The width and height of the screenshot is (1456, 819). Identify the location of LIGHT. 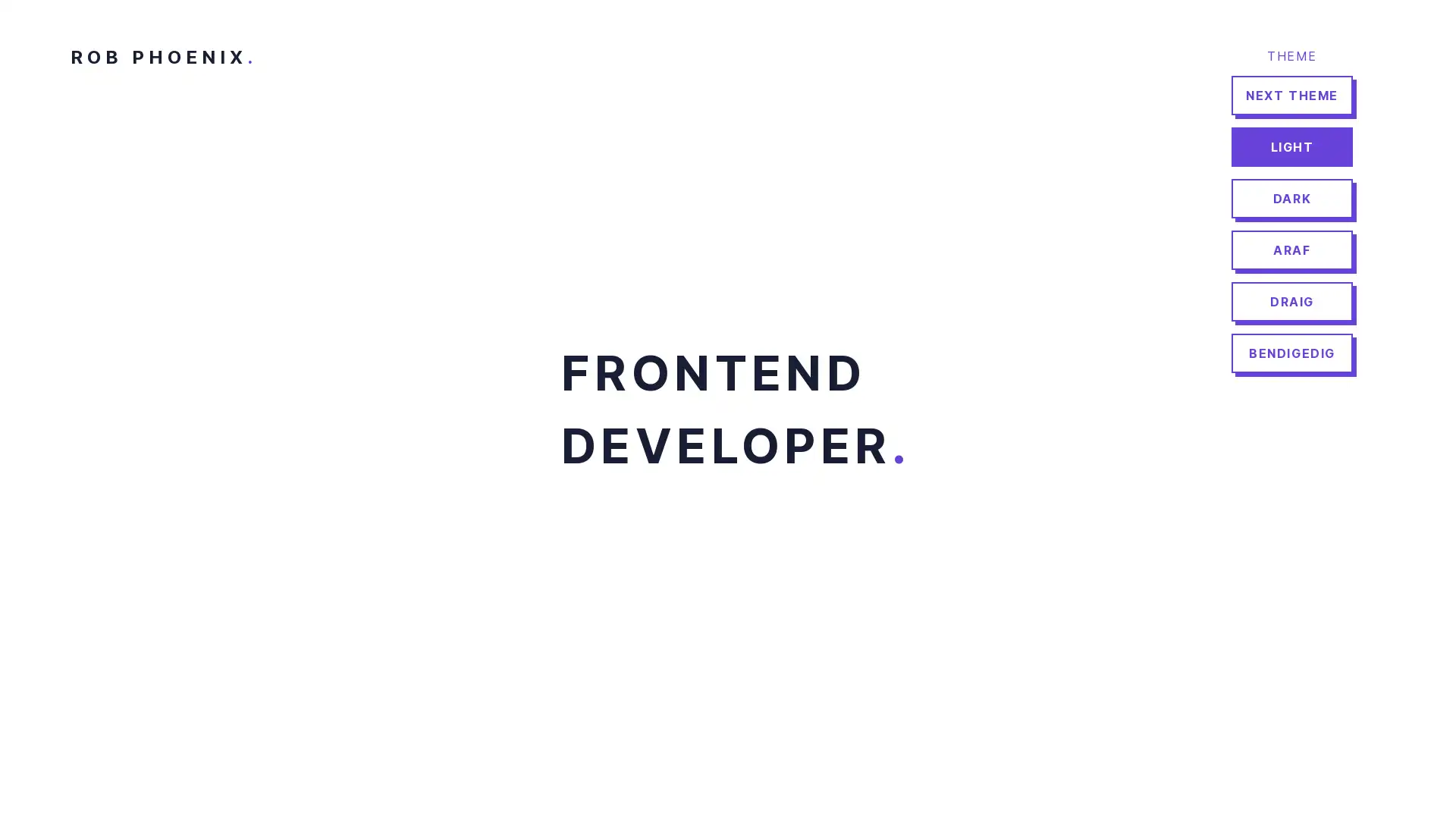
(1291, 146).